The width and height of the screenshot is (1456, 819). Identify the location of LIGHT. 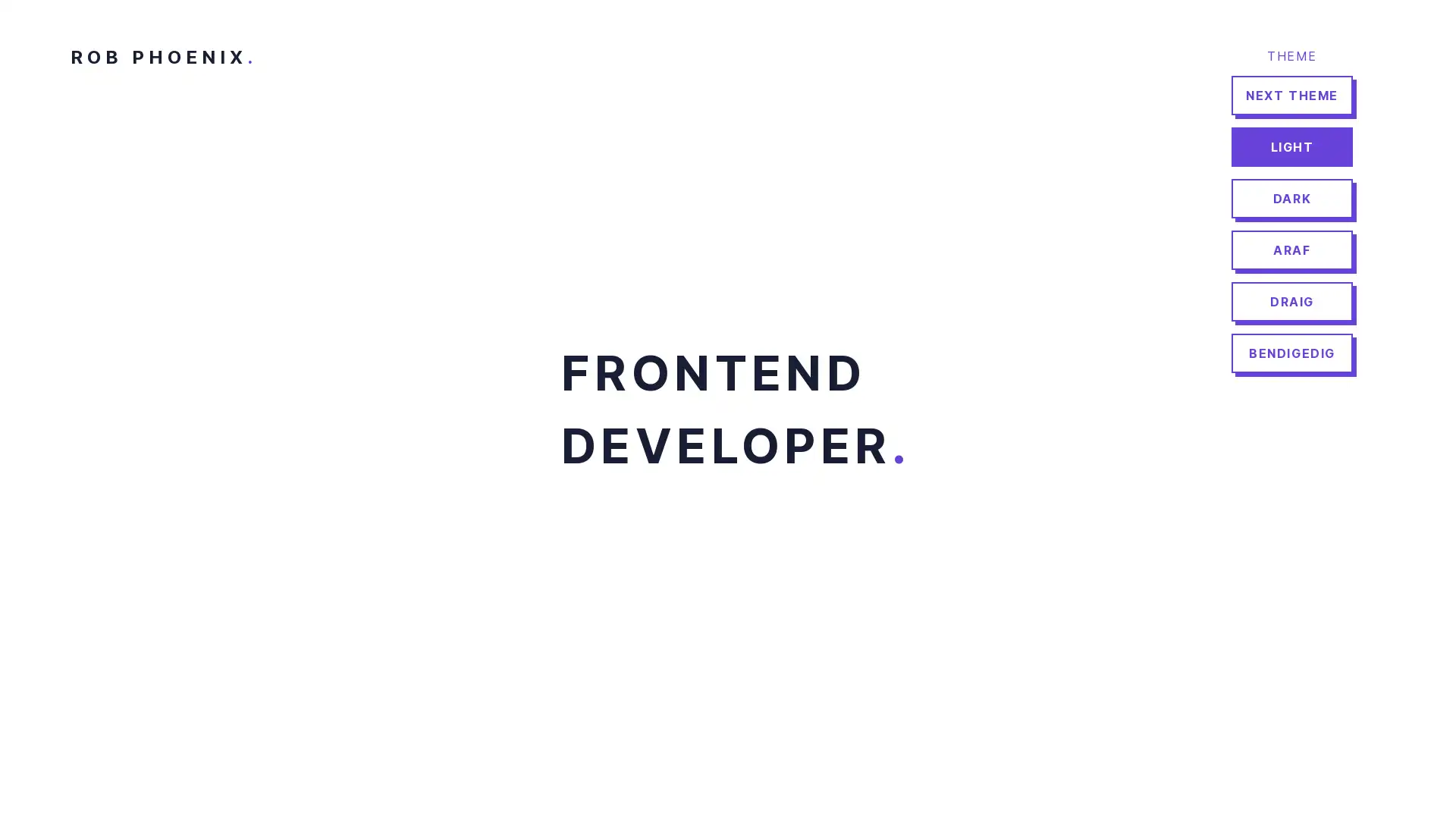
(1291, 146).